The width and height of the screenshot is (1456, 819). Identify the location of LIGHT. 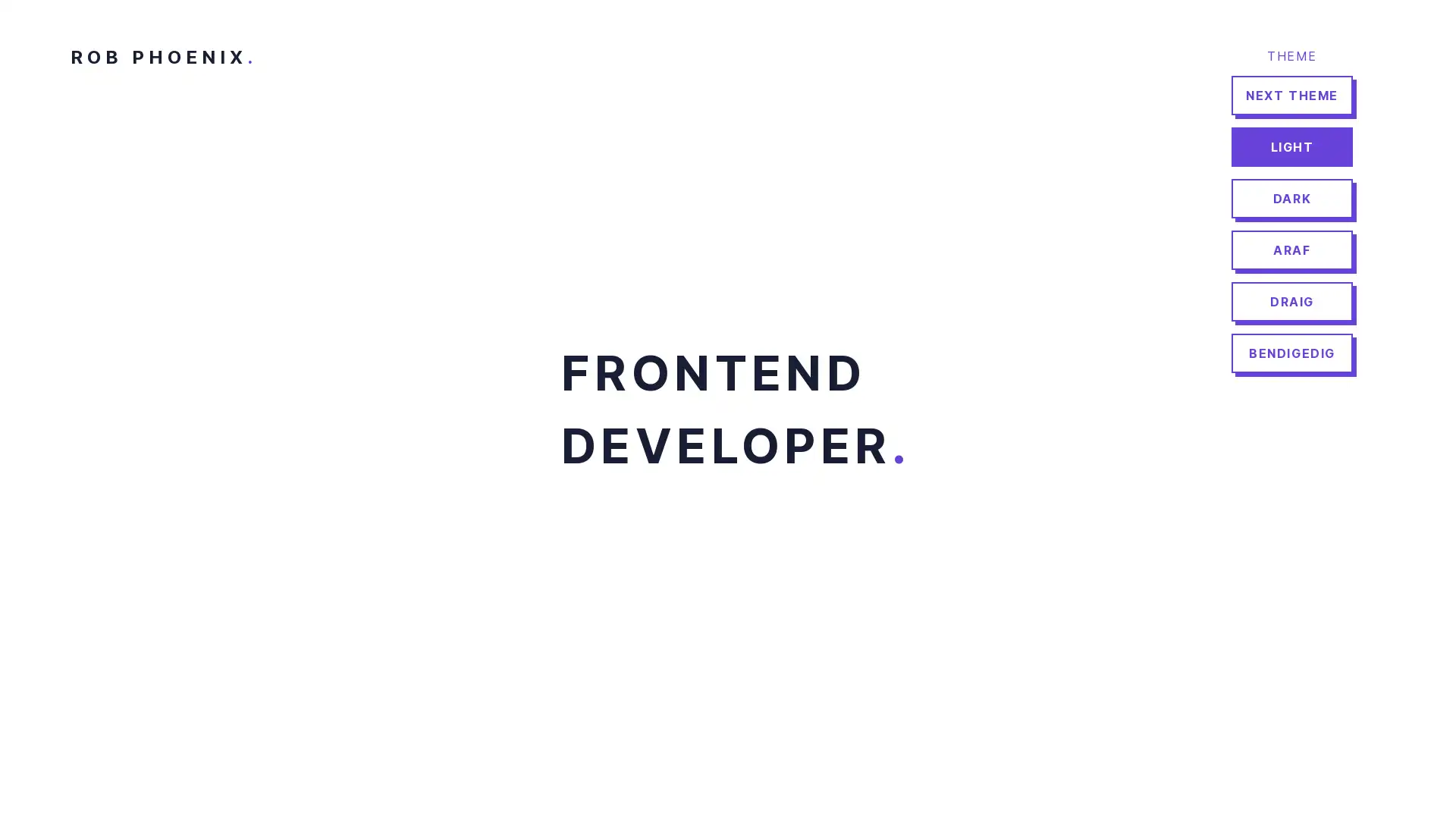
(1291, 146).